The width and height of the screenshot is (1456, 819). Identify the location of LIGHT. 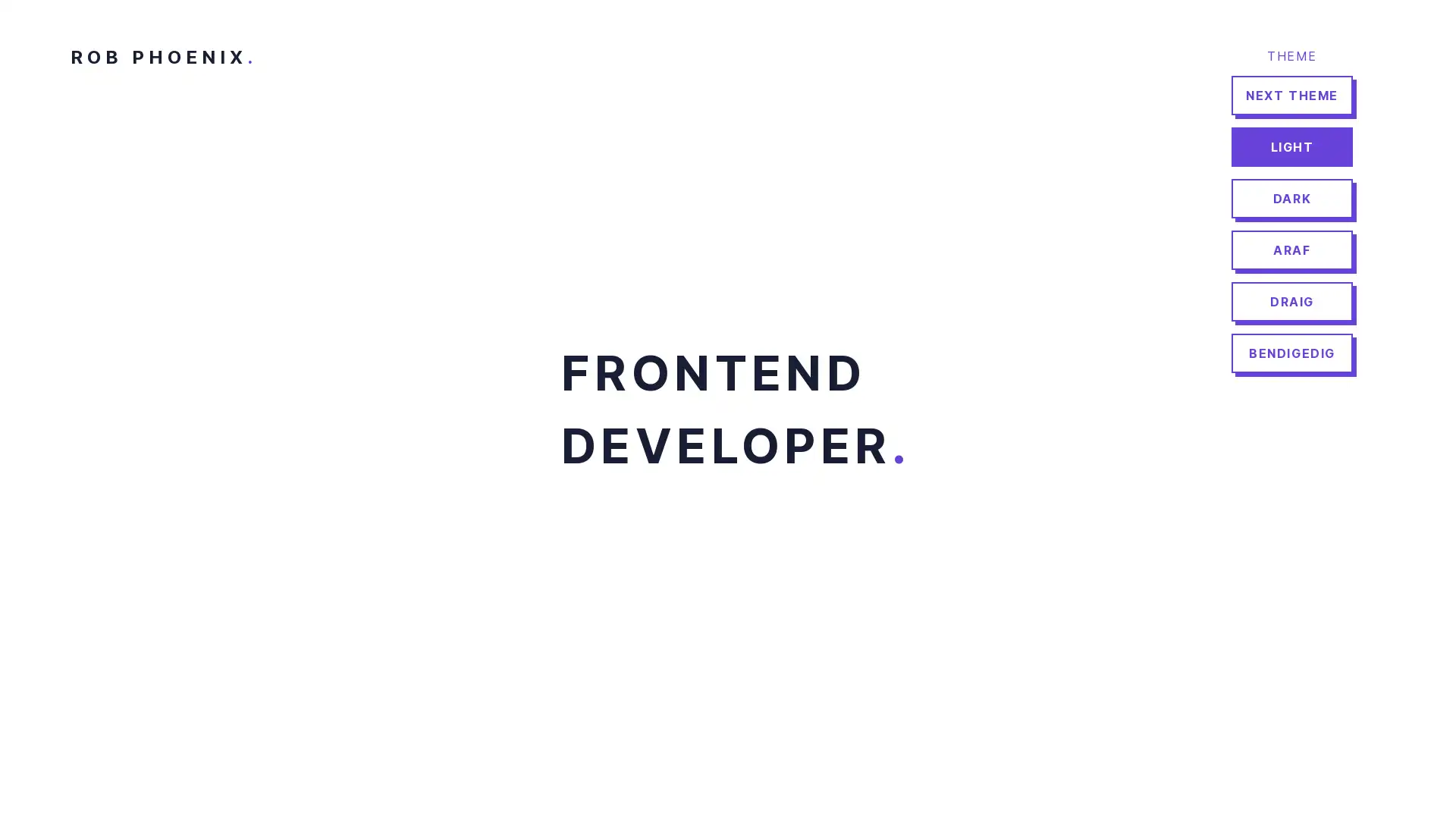
(1291, 146).